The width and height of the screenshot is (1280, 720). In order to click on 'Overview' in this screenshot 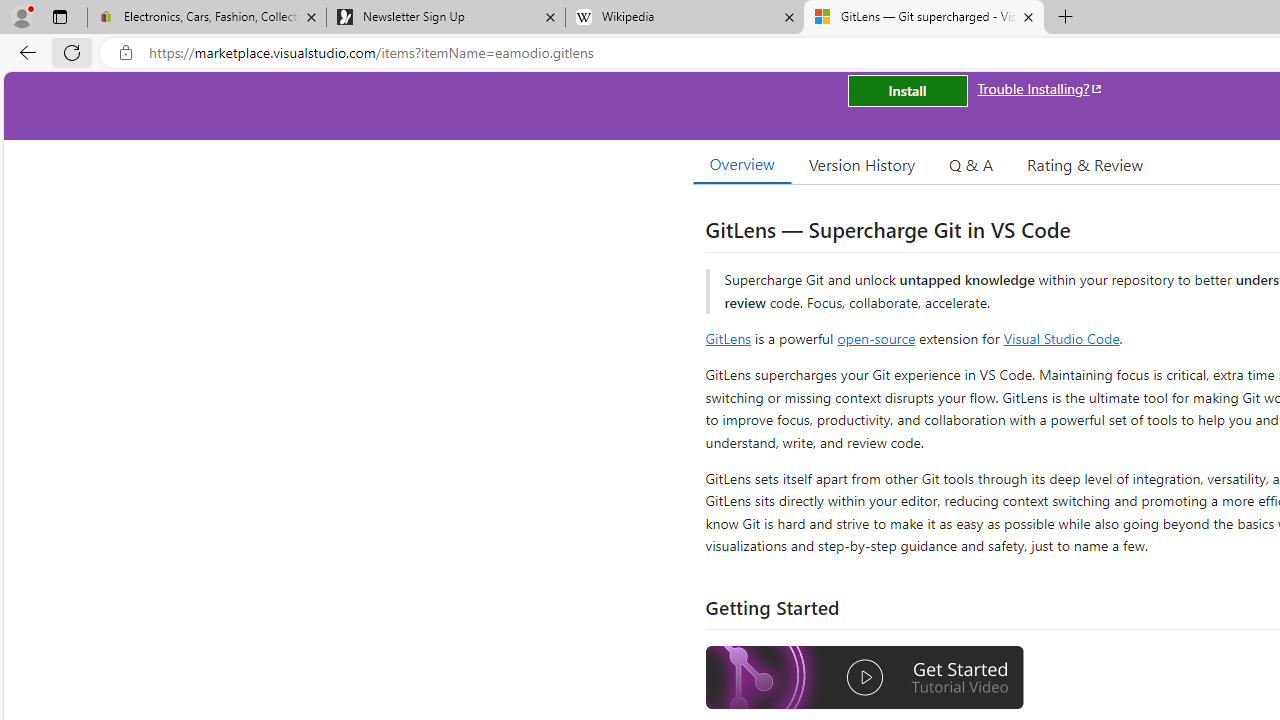, I will do `click(741, 163)`.